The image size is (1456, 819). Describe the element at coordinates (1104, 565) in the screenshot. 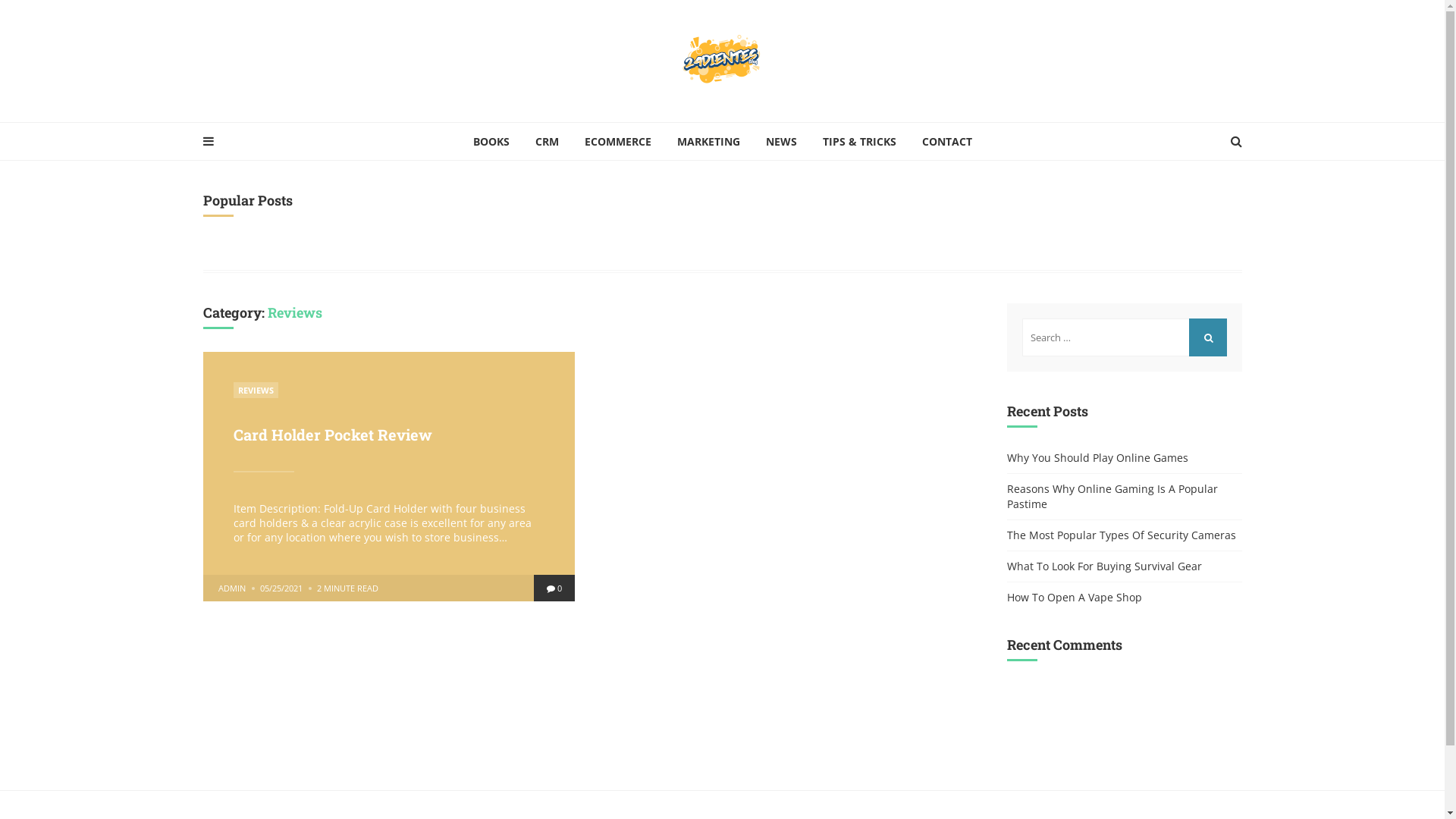

I see `'What To Look For Buying Survival Gear'` at that location.